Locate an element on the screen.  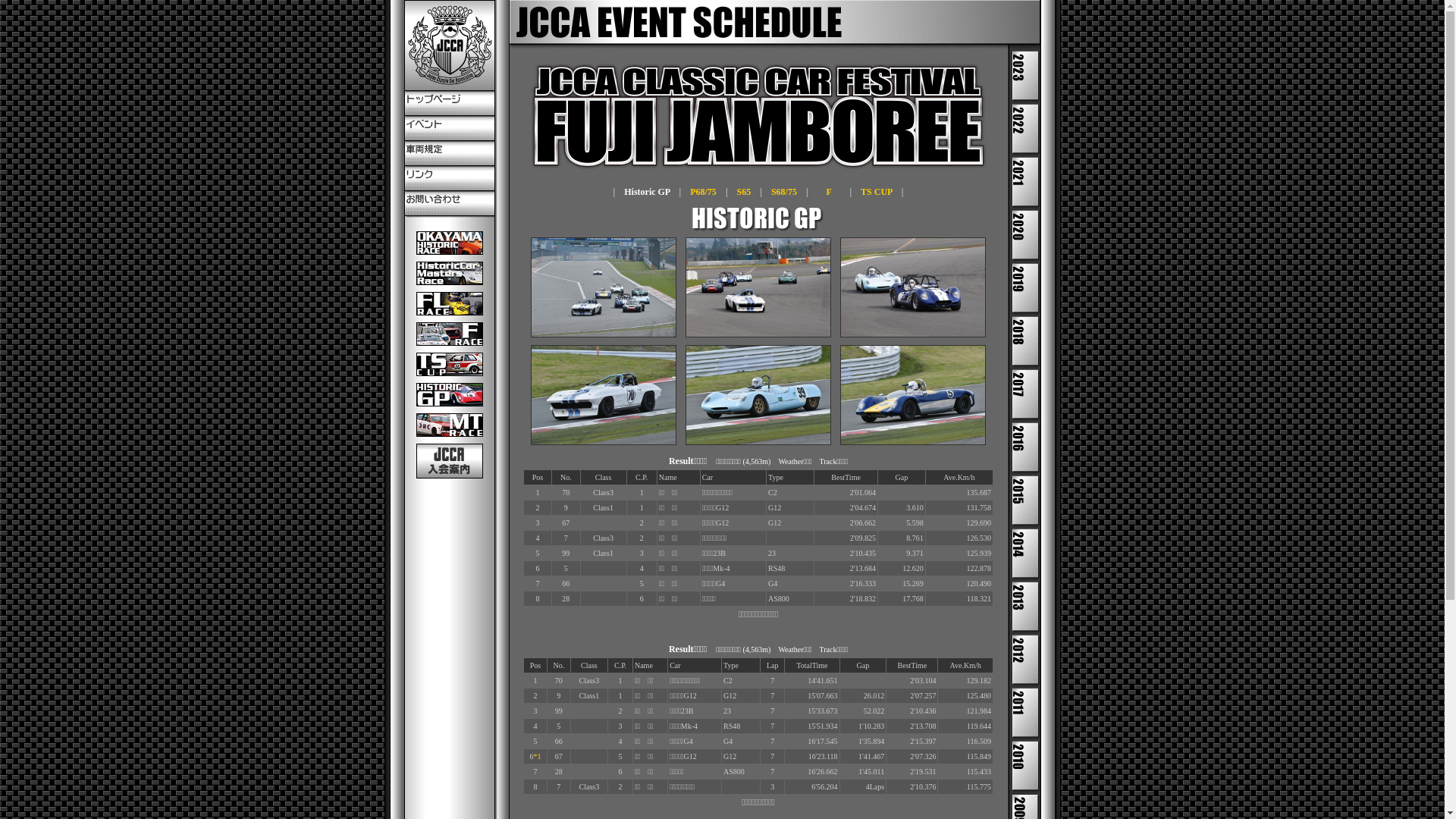
'F' is located at coordinates (828, 191).